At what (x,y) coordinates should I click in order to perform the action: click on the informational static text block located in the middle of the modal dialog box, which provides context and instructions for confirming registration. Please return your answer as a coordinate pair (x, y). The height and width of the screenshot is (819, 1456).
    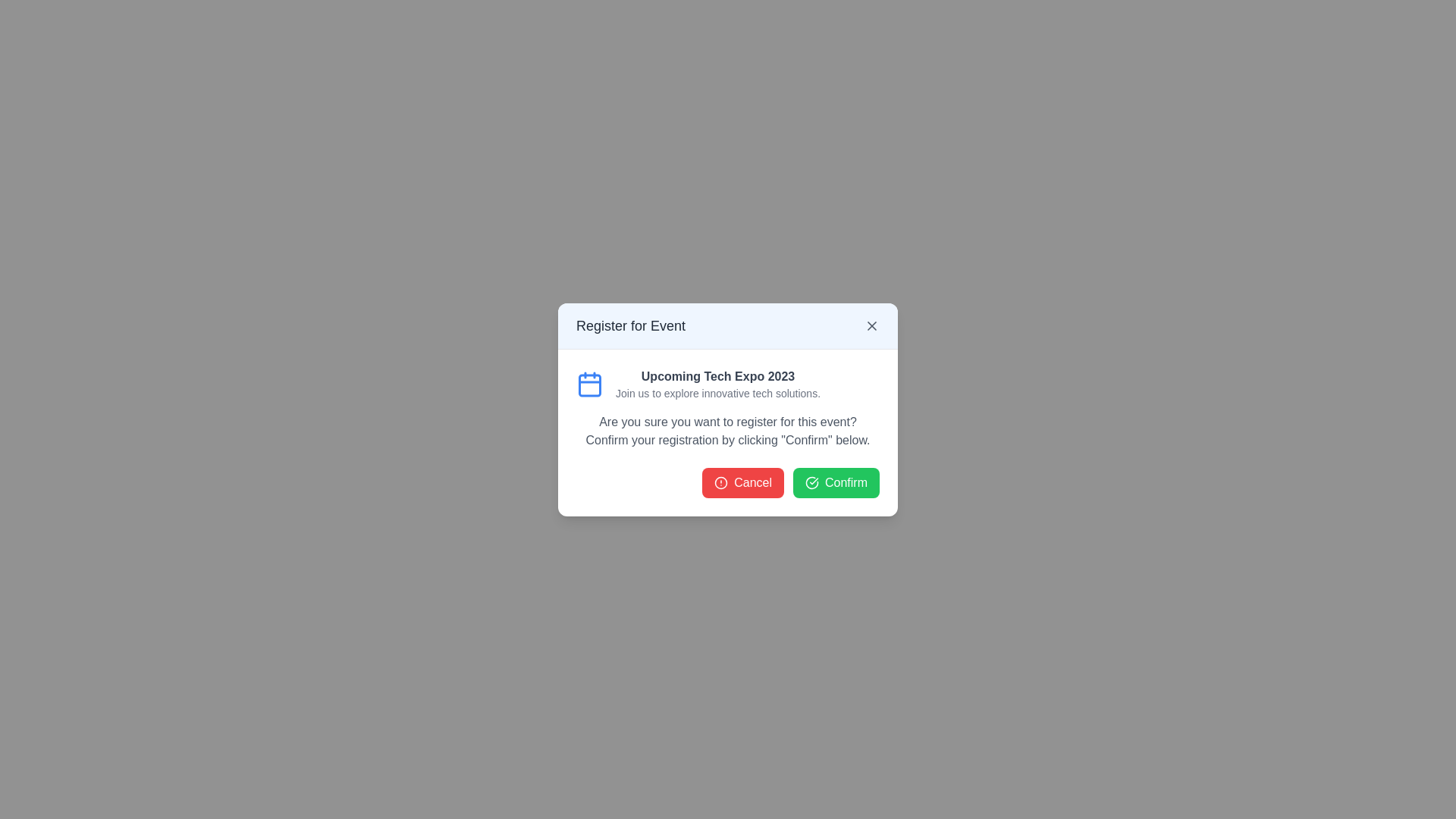
    Looking at the image, I should click on (728, 431).